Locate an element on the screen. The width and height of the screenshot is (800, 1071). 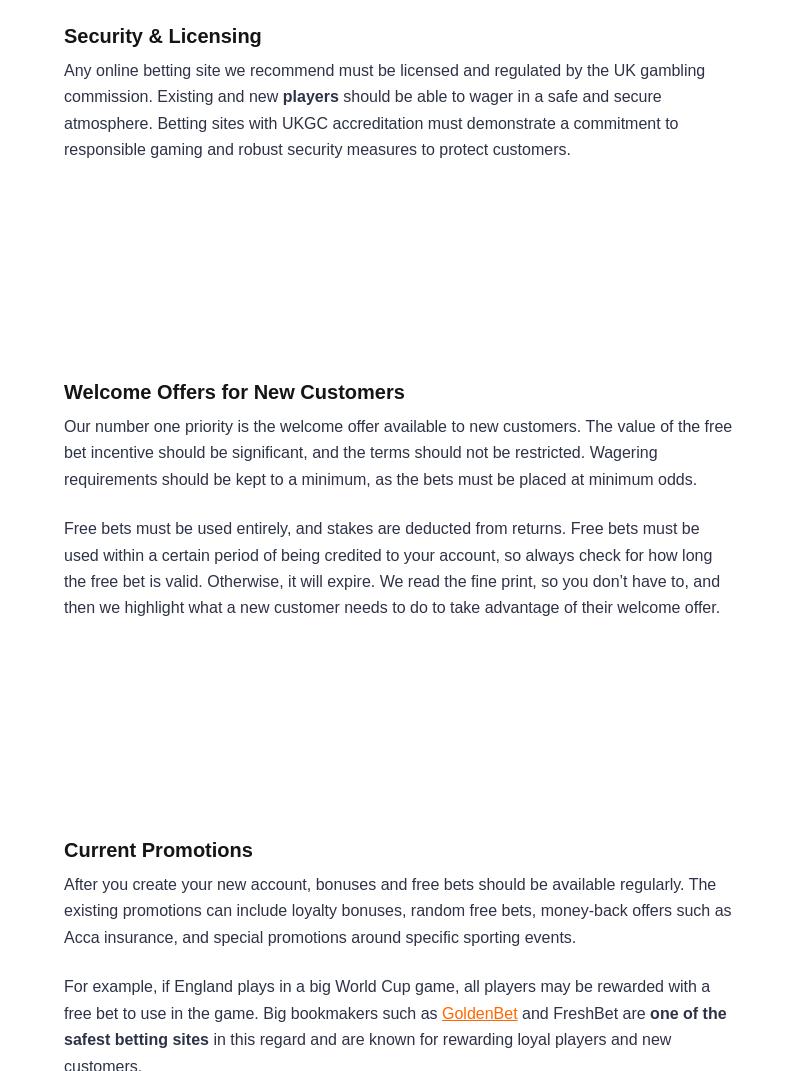
'For example, if England plays in a big World Cup game, all players may be rewarded with a free bet to use in the game. Big bookmakers such as' is located at coordinates (385, 999).